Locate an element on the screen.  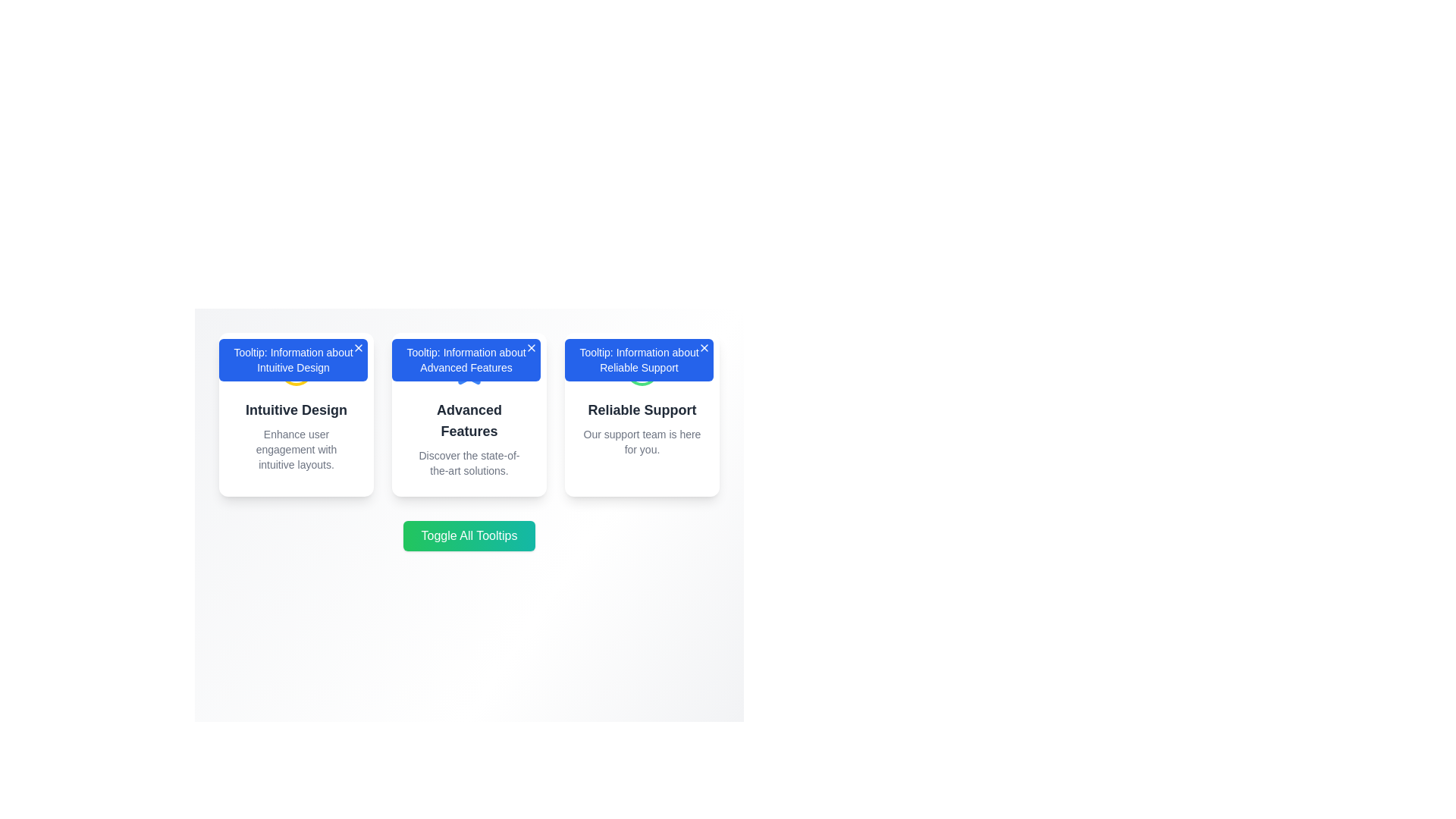
the close button located in the top-right corner of the tooltip titled 'Tooltip: Information about Intuitive Design' is located at coordinates (358, 348).